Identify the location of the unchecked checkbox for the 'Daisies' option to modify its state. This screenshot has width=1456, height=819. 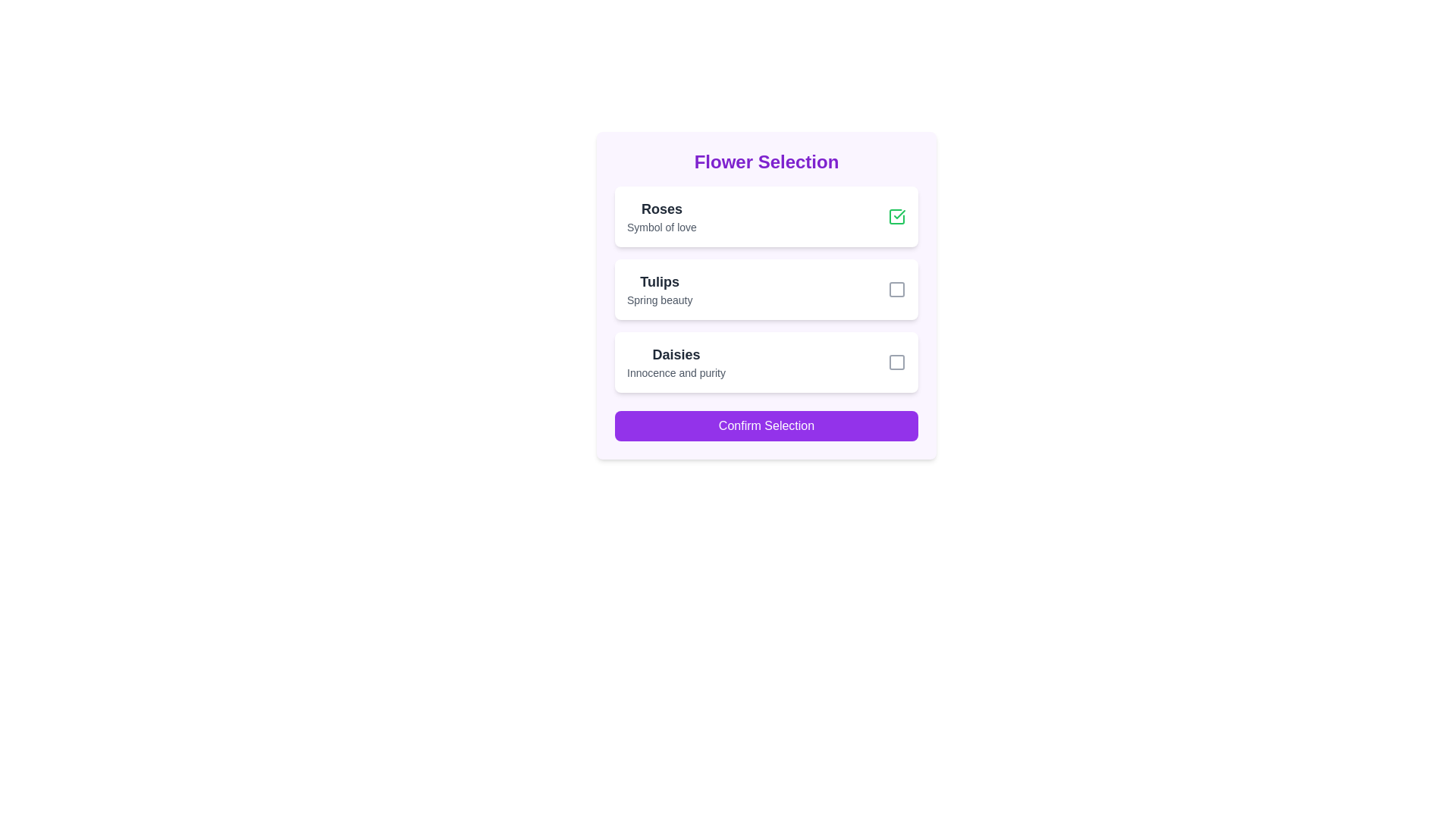
(896, 362).